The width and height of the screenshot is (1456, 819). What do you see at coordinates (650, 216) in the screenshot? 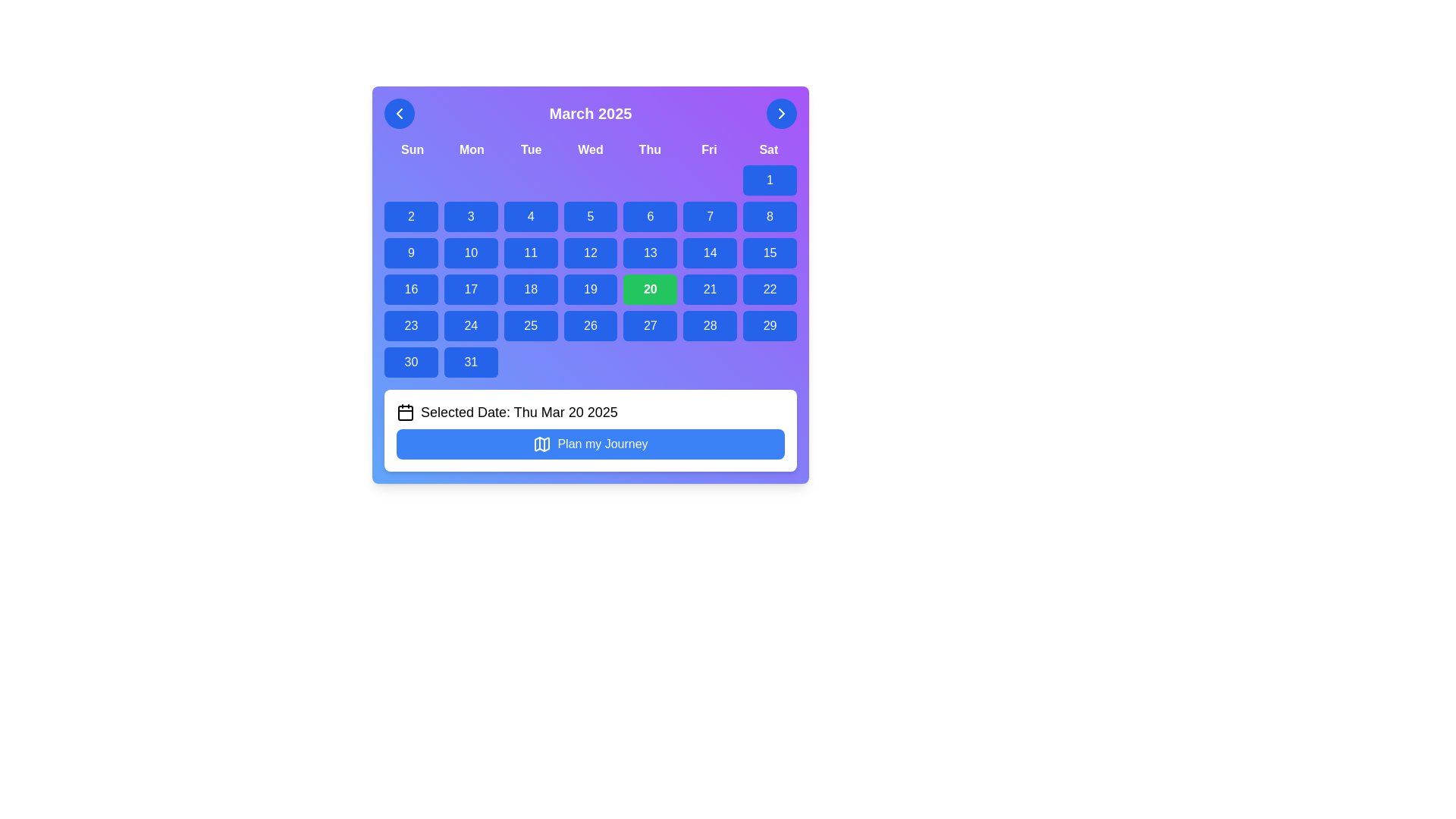
I see `the interactive date selection button for the 6th of the month, located in the second row and fifth column under 'Thu' in the calendar interface to change its background color` at bounding box center [650, 216].